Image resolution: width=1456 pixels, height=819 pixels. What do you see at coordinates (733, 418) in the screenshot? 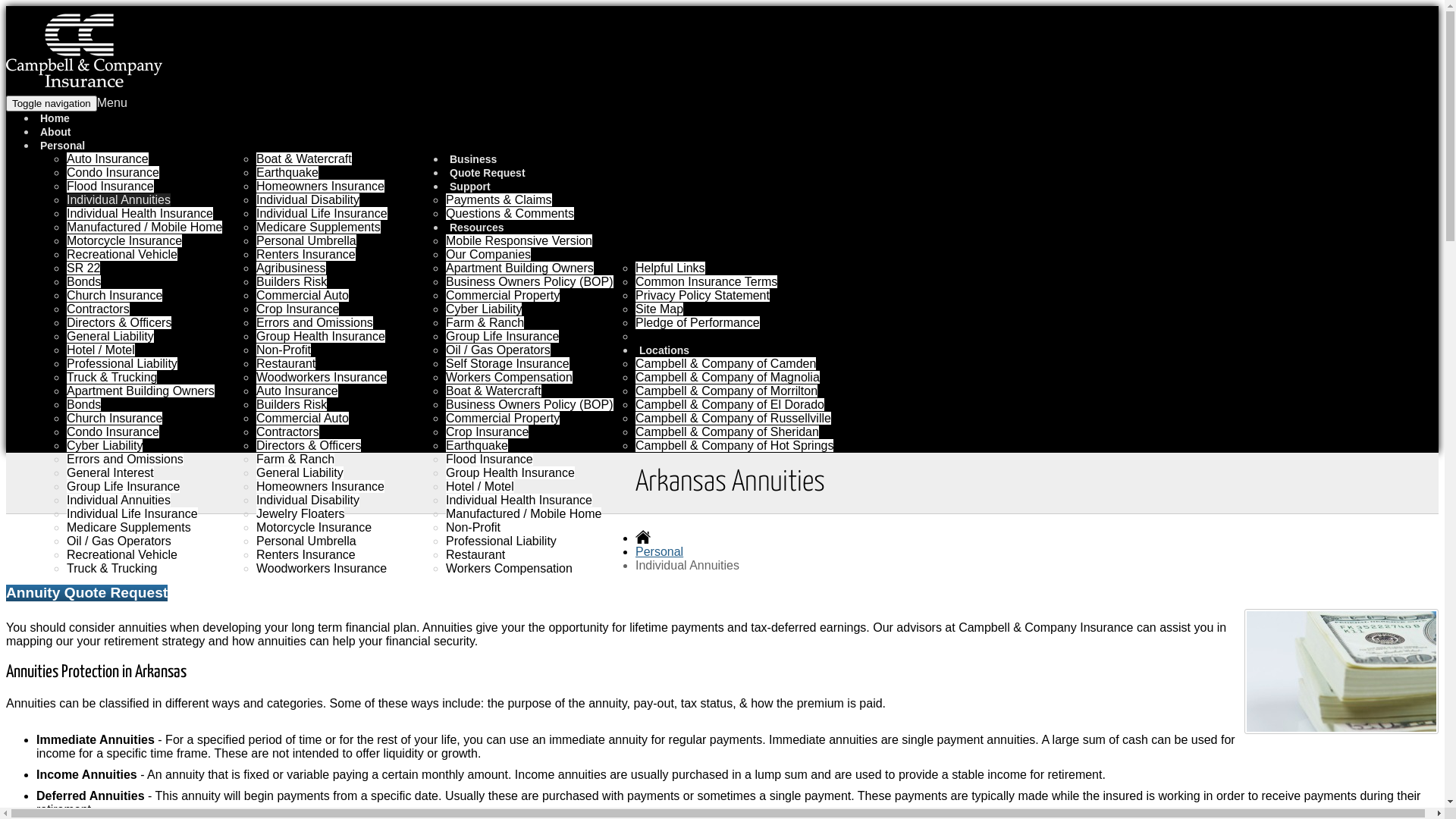
I see `'Campbell & Company of Russellville'` at bounding box center [733, 418].